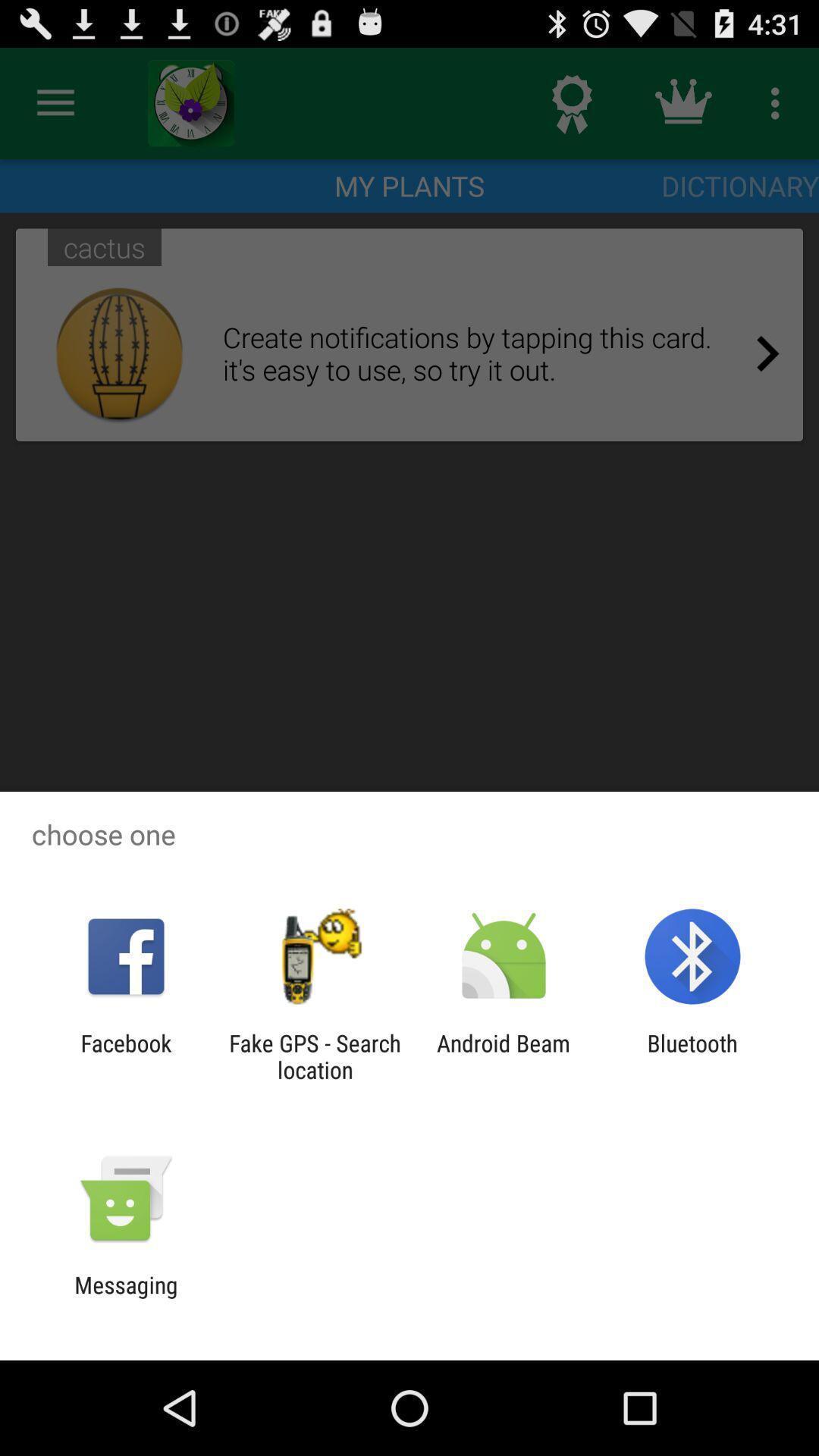 The image size is (819, 1456). I want to click on icon to the right of the fake gps search icon, so click(504, 1056).